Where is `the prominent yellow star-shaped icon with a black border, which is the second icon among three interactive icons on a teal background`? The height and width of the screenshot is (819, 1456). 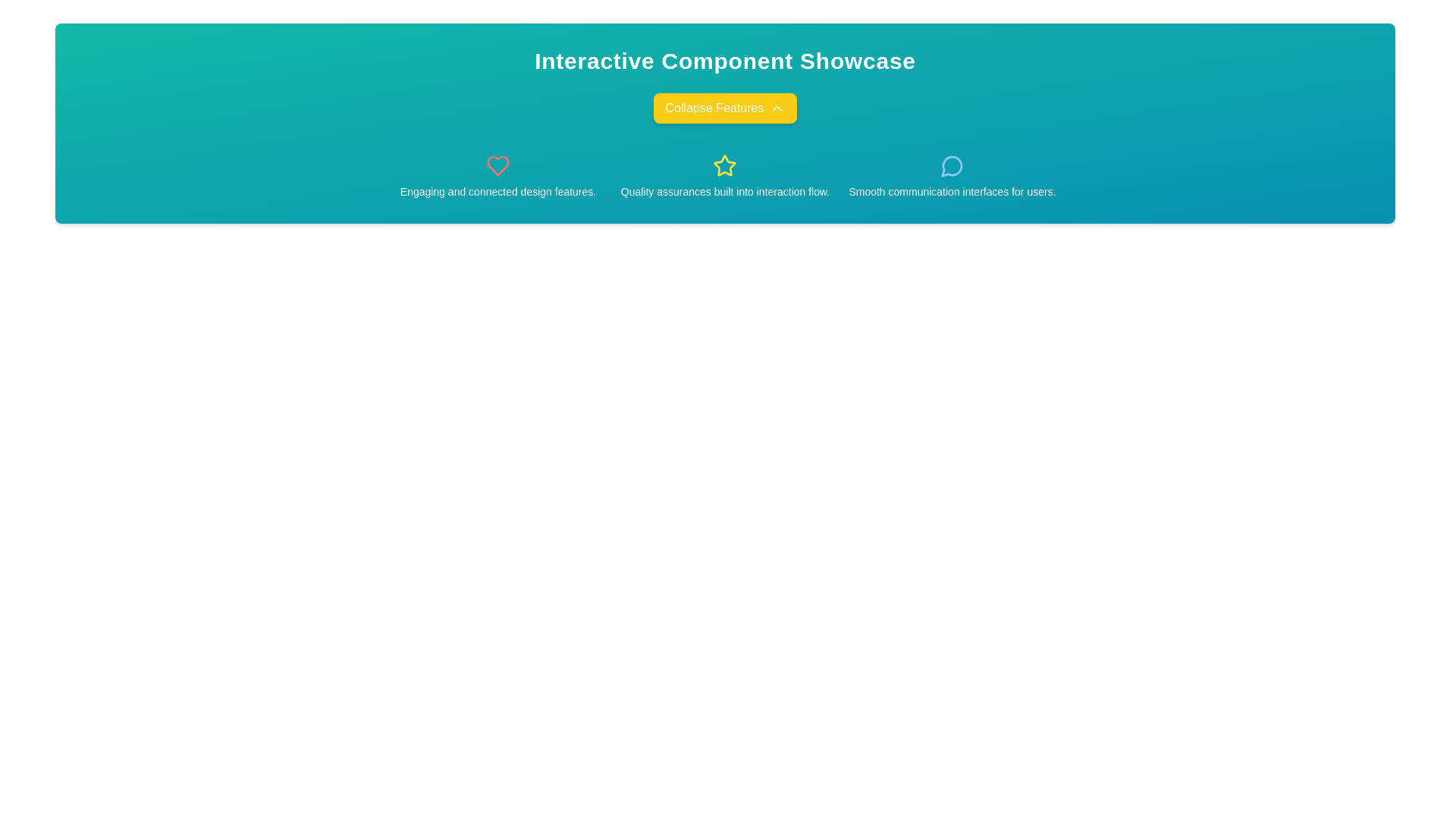 the prominent yellow star-shaped icon with a black border, which is the second icon among three interactive icons on a teal background is located at coordinates (724, 166).